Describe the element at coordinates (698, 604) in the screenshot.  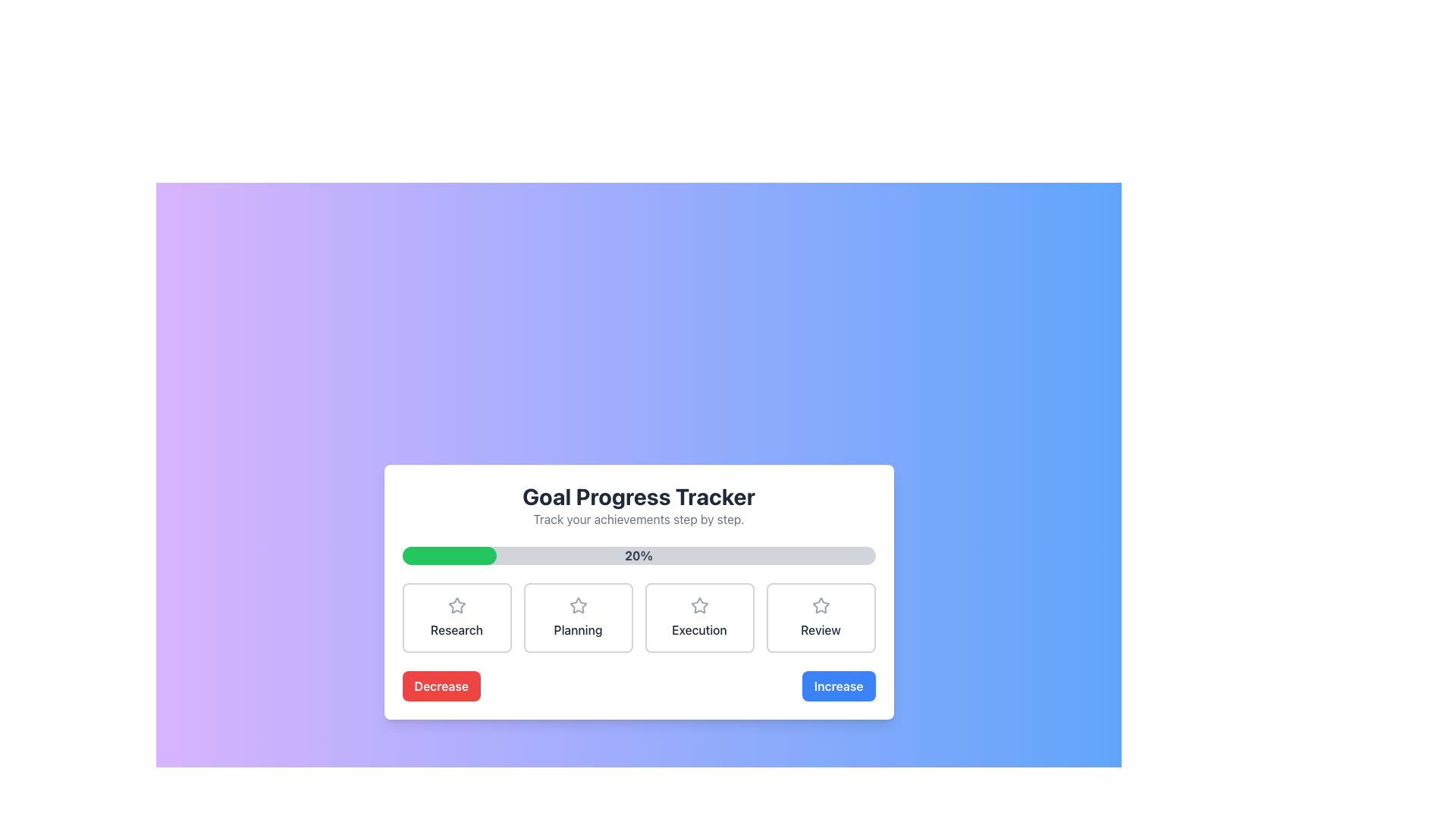
I see `the star icon located in the center of the third option ('Execution') from the left, between 'Planning' and 'Review'` at that location.